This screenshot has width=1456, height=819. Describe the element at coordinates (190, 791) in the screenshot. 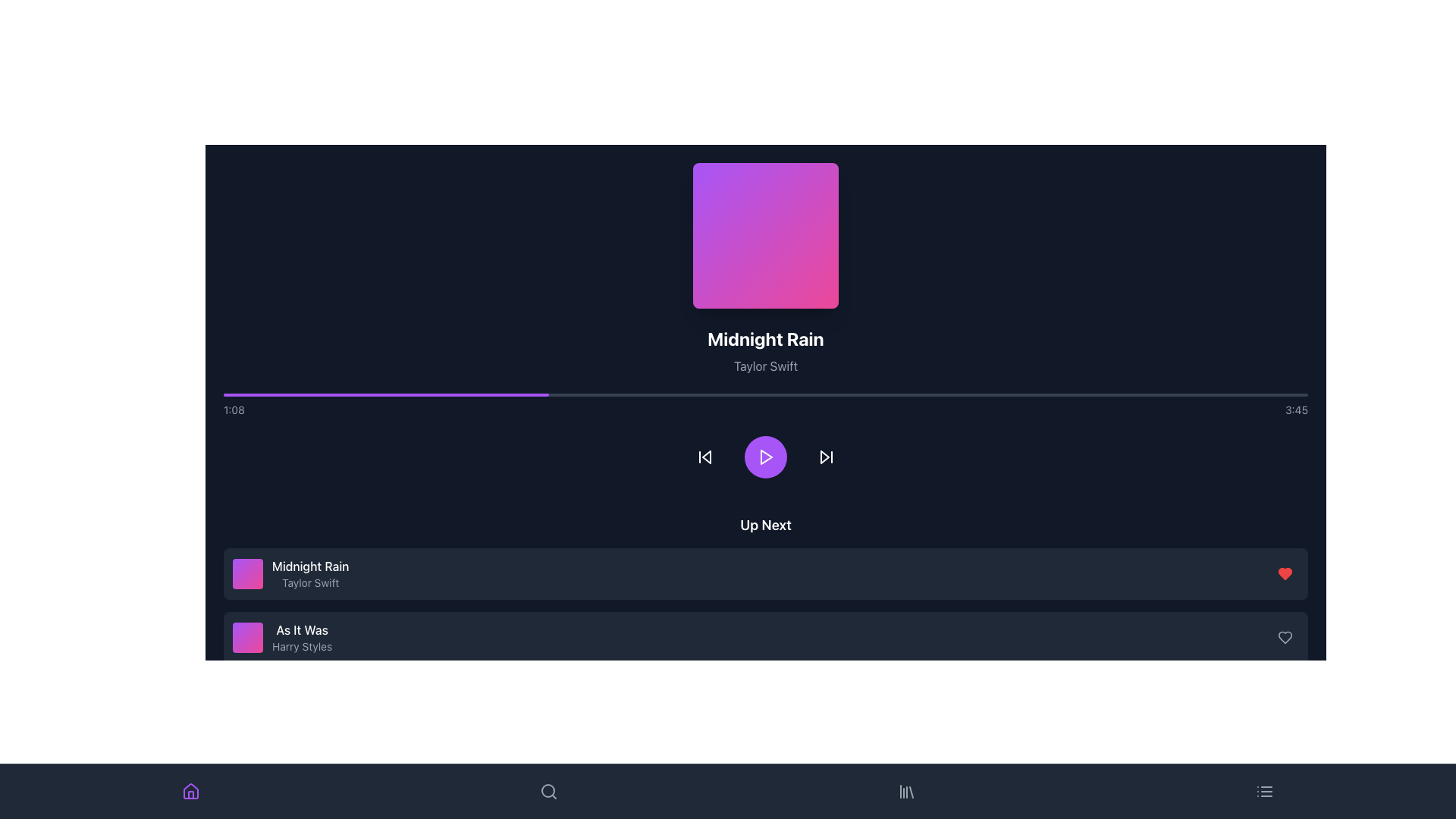

I see `the home button, a vibrant purple icon located at the bottom-left corner of the navigation bar` at that location.